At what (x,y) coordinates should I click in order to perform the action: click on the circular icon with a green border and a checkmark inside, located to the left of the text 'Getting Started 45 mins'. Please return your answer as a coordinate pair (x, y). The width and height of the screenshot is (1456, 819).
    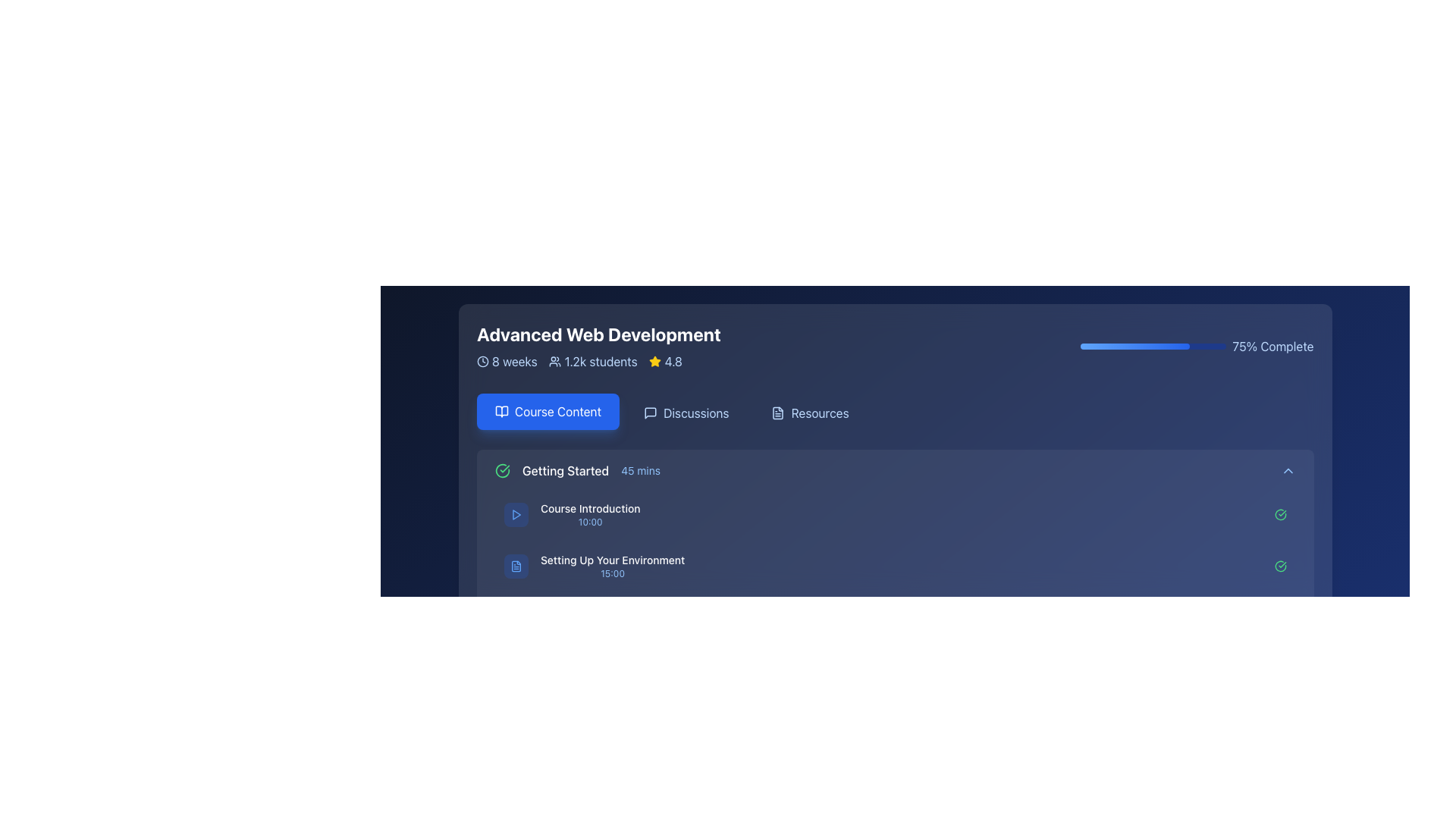
    Looking at the image, I should click on (502, 470).